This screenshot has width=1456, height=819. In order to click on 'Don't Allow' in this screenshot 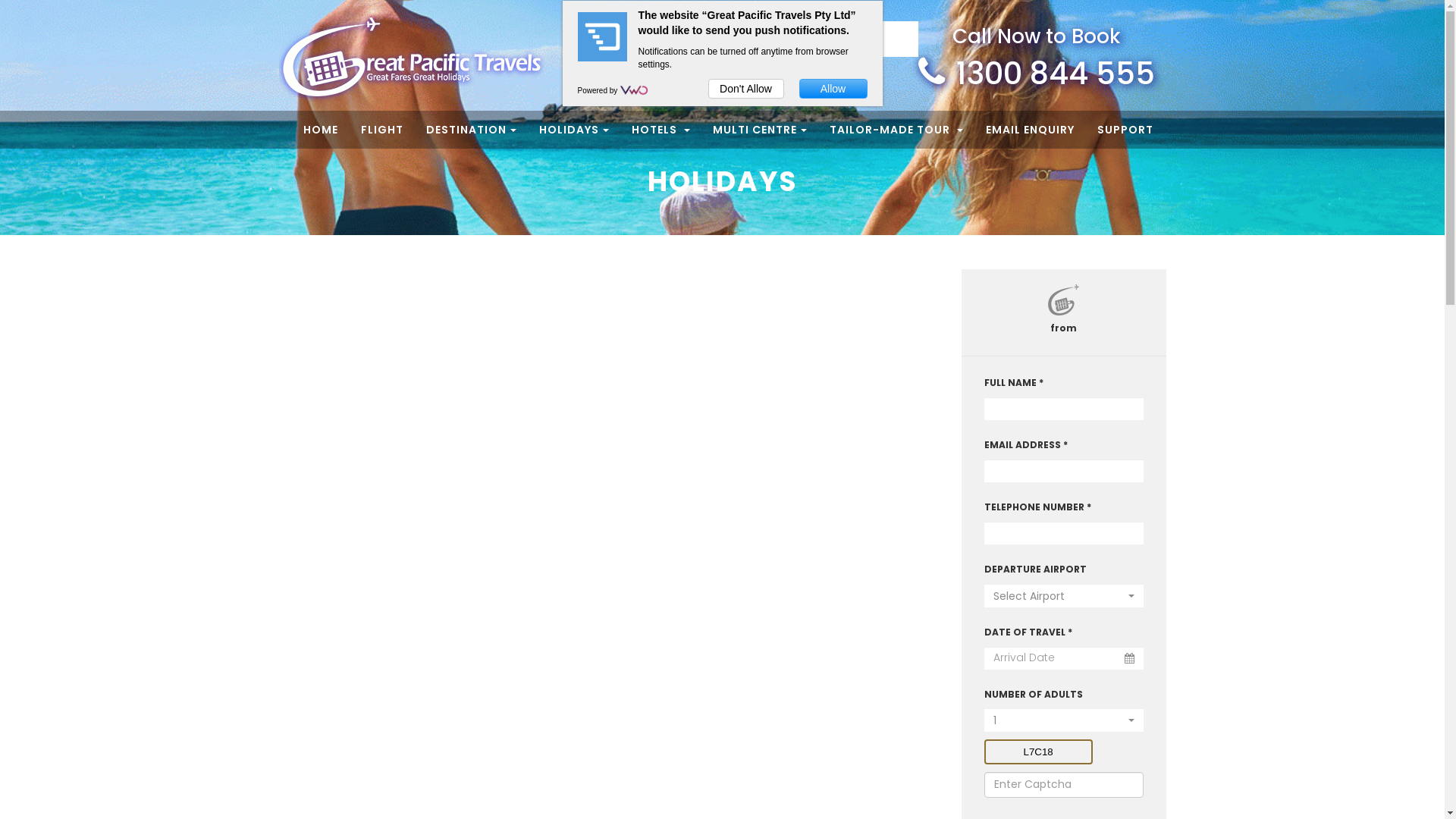, I will do `click(745, 88)`.